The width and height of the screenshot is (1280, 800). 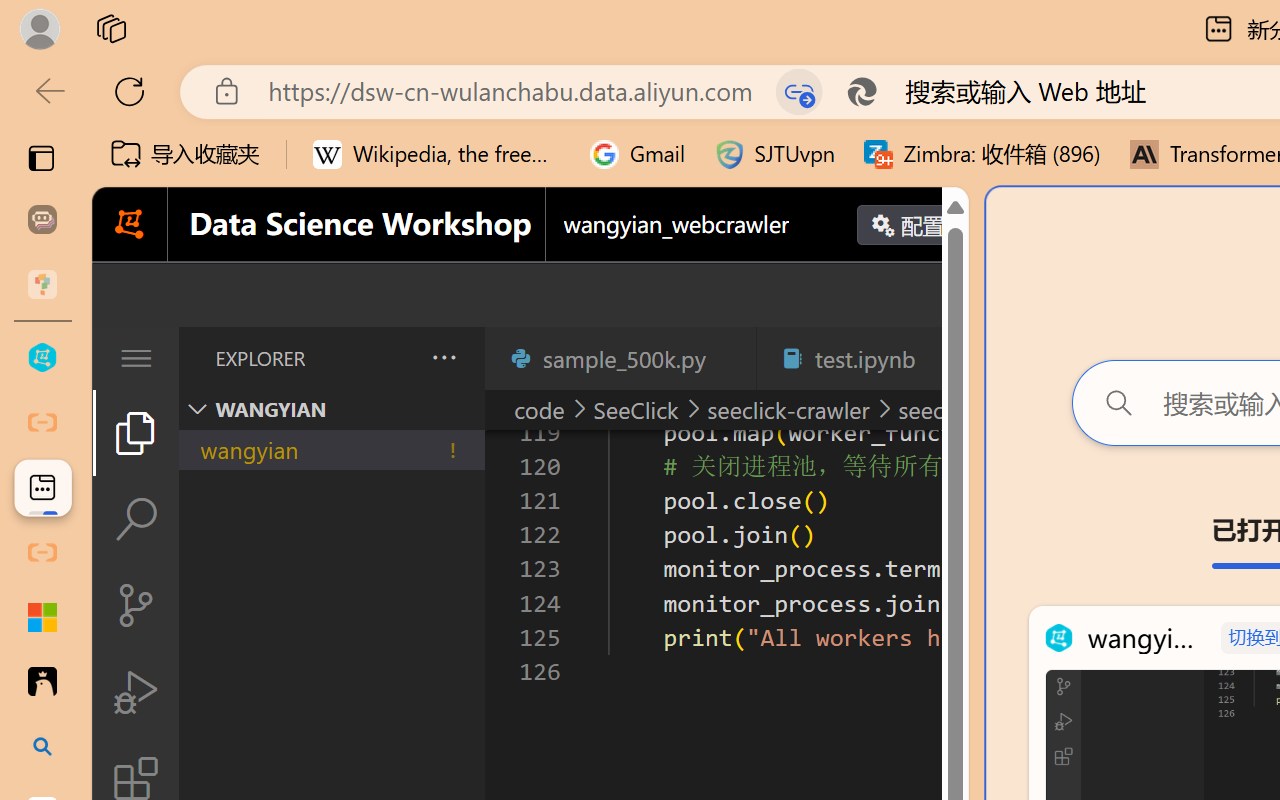 I want to click on 'Explorer (Ctrl+Shift+E)', so click(x=134, y=432).